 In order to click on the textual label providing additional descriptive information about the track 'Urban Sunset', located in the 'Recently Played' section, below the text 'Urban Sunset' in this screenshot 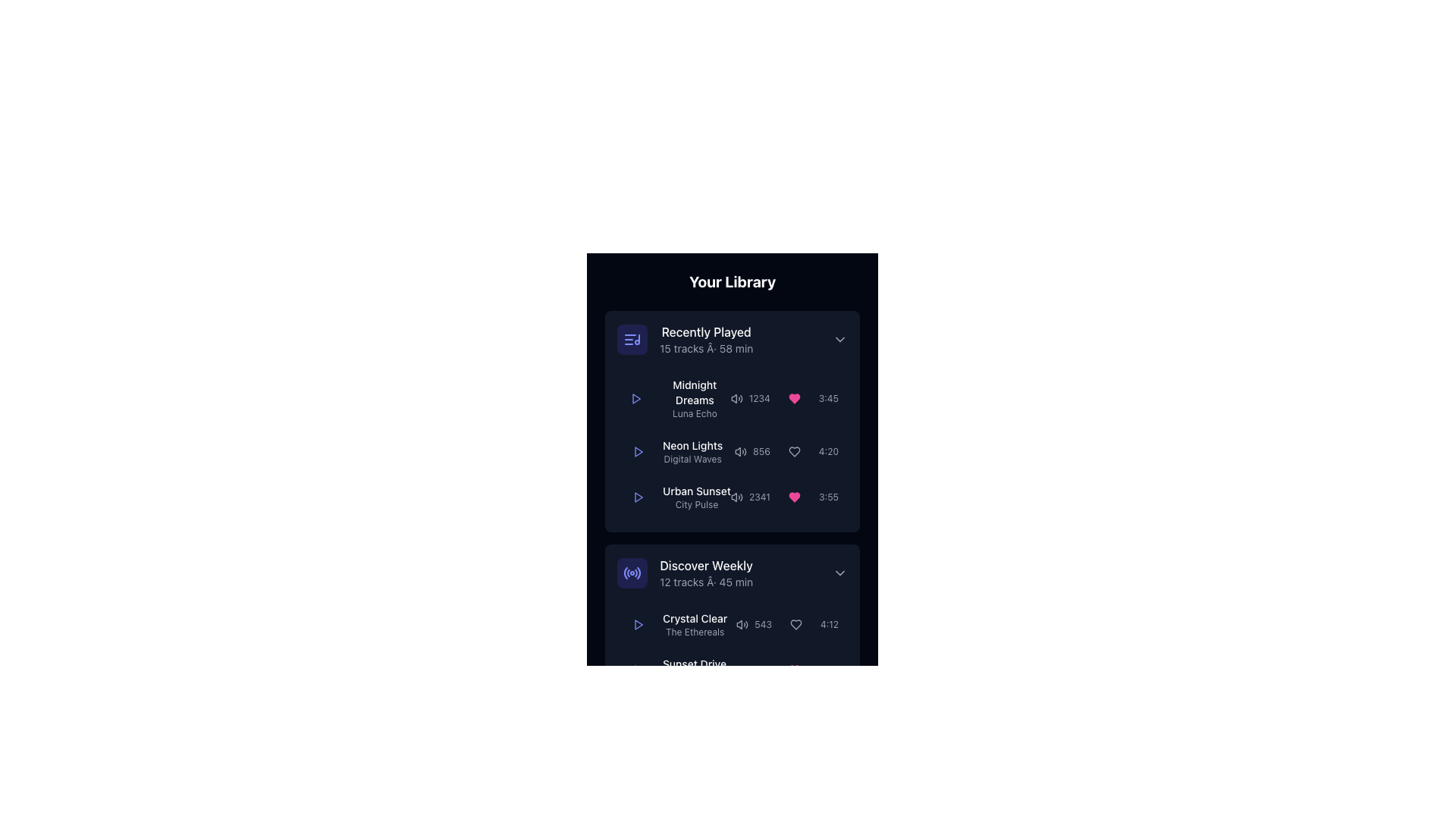, I will do `click(695, 505)`.